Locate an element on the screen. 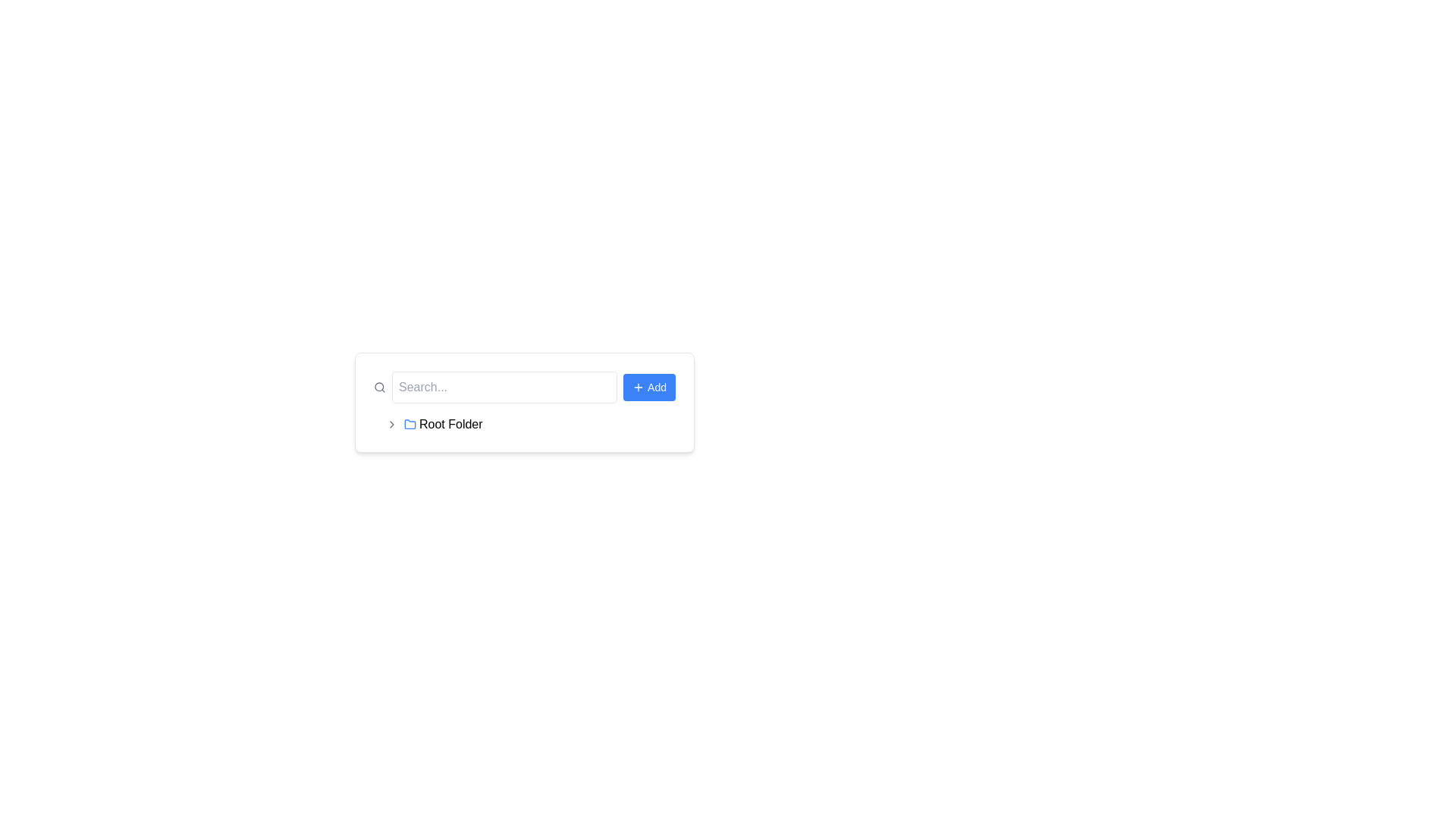 The height and width of the screenshot is (819, 1456). the folder icon representing the 'Root Folder', which is located to the left of the text label 'Root Folder' in the lower section of the interface is located at coordinates (410, 424).